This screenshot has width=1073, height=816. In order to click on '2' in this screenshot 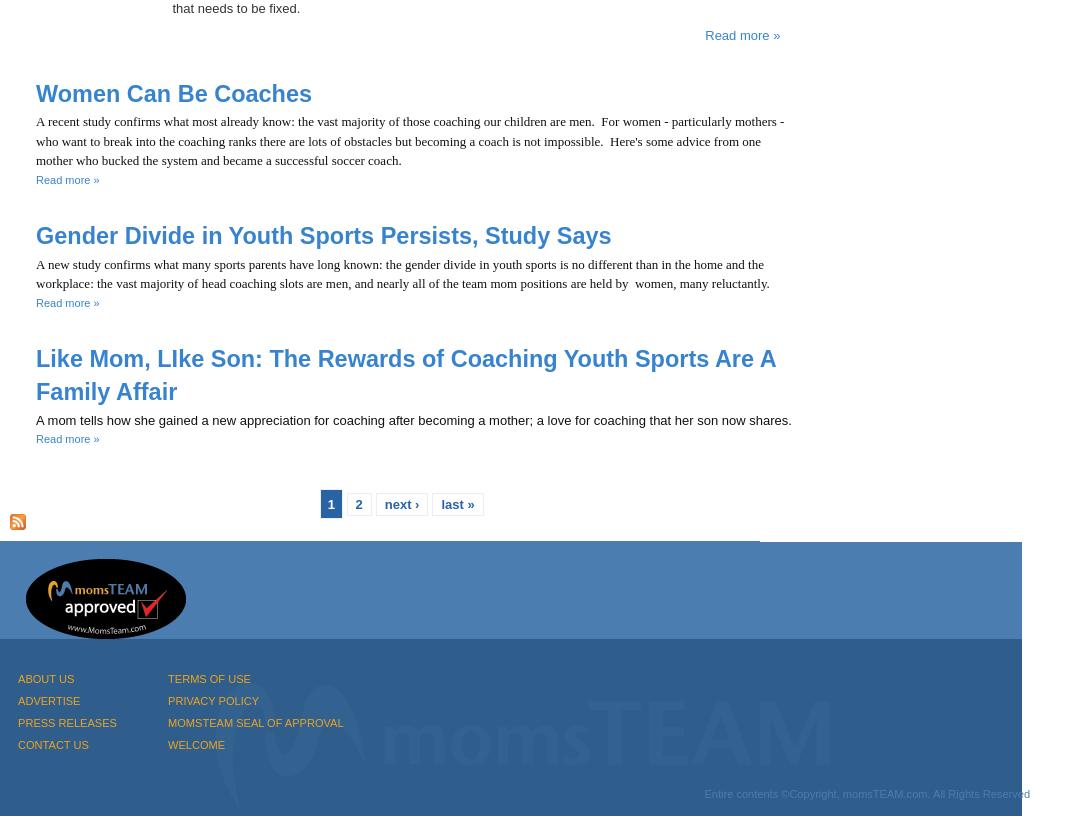, I will do `click(357, 502)`.